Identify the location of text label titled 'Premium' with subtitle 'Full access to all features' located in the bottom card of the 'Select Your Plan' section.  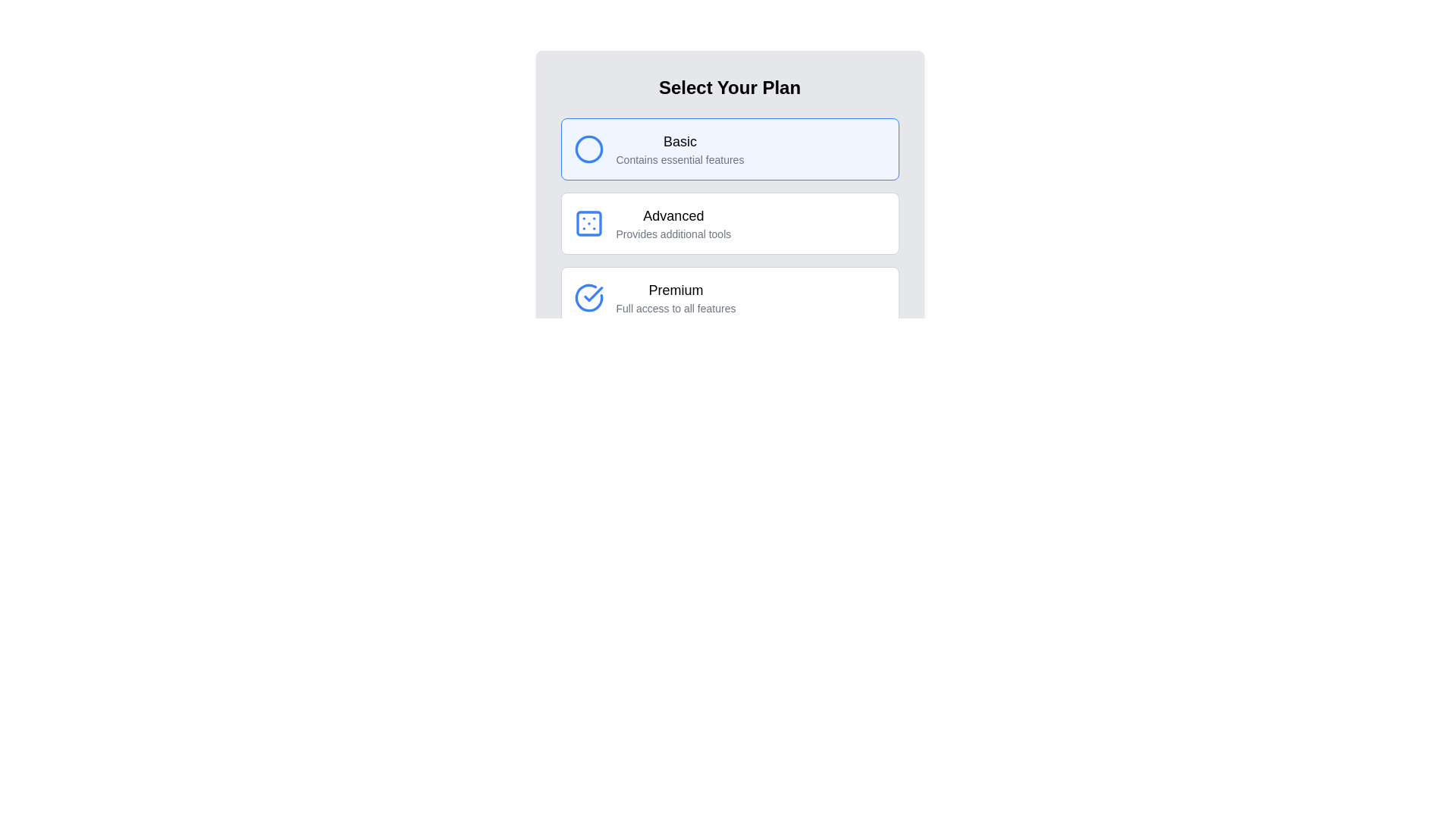
(675, 298).